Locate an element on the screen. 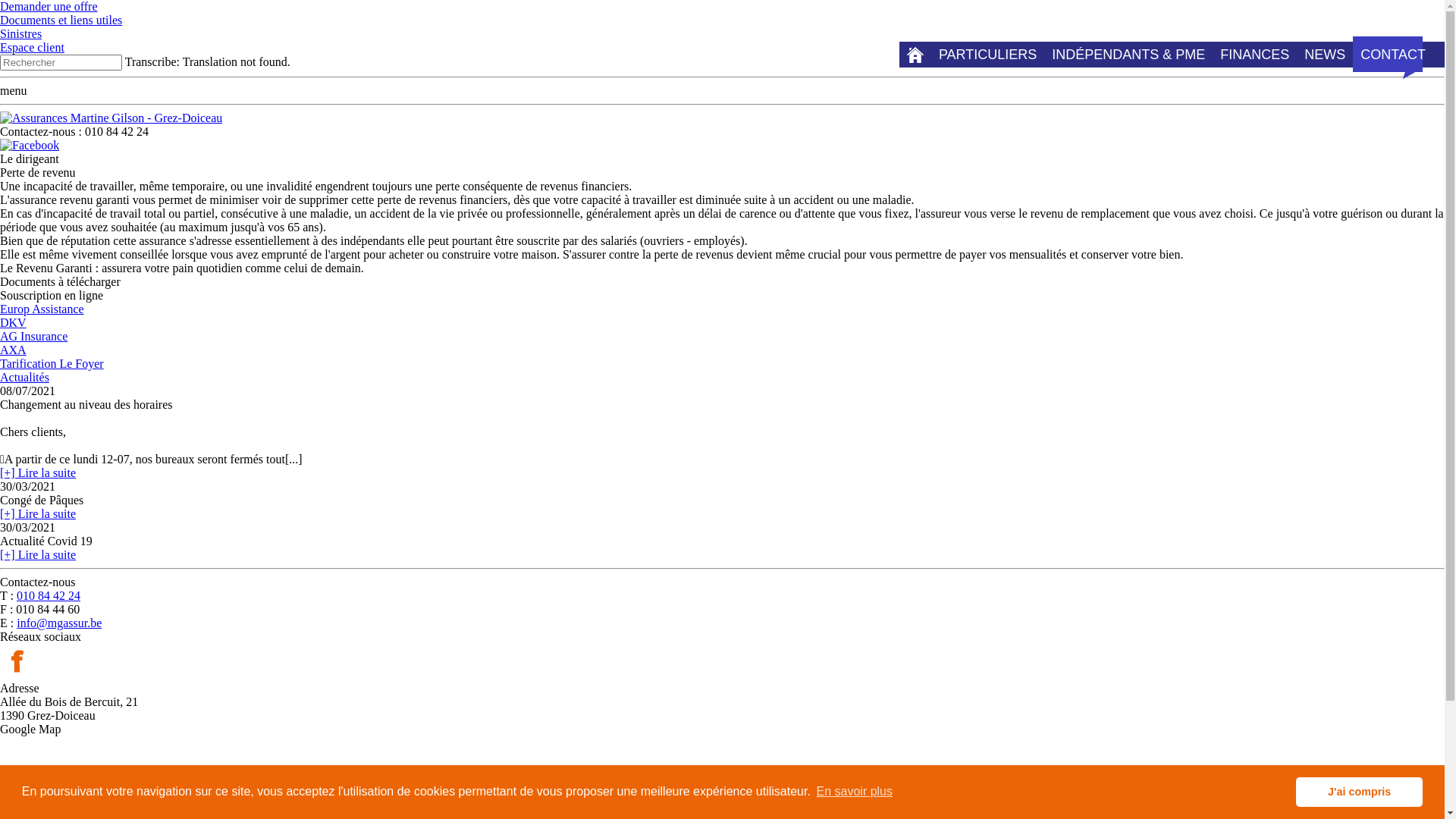 This screenshot has width=1456, height=819. 'Sinistres' is located at coordinates (20, 33).